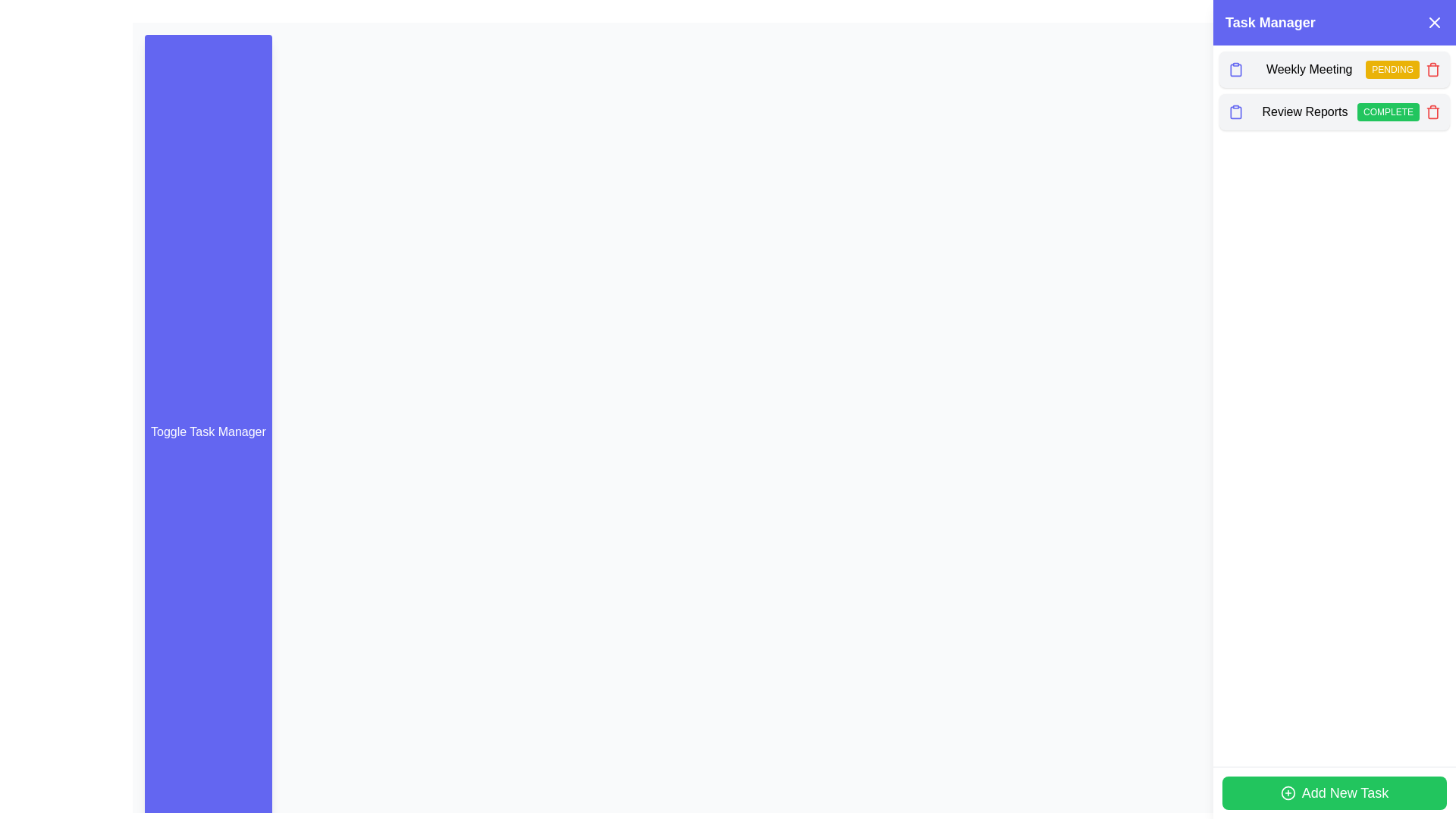  Describe the element at coordinates (1304, 111) in the screenshot. I see `the 'Review Reports' text label located in the second entry of the task list in the 'Task Manager' panel, positioned between the clipboard icon and the green 'Complete' status badge` at that location.